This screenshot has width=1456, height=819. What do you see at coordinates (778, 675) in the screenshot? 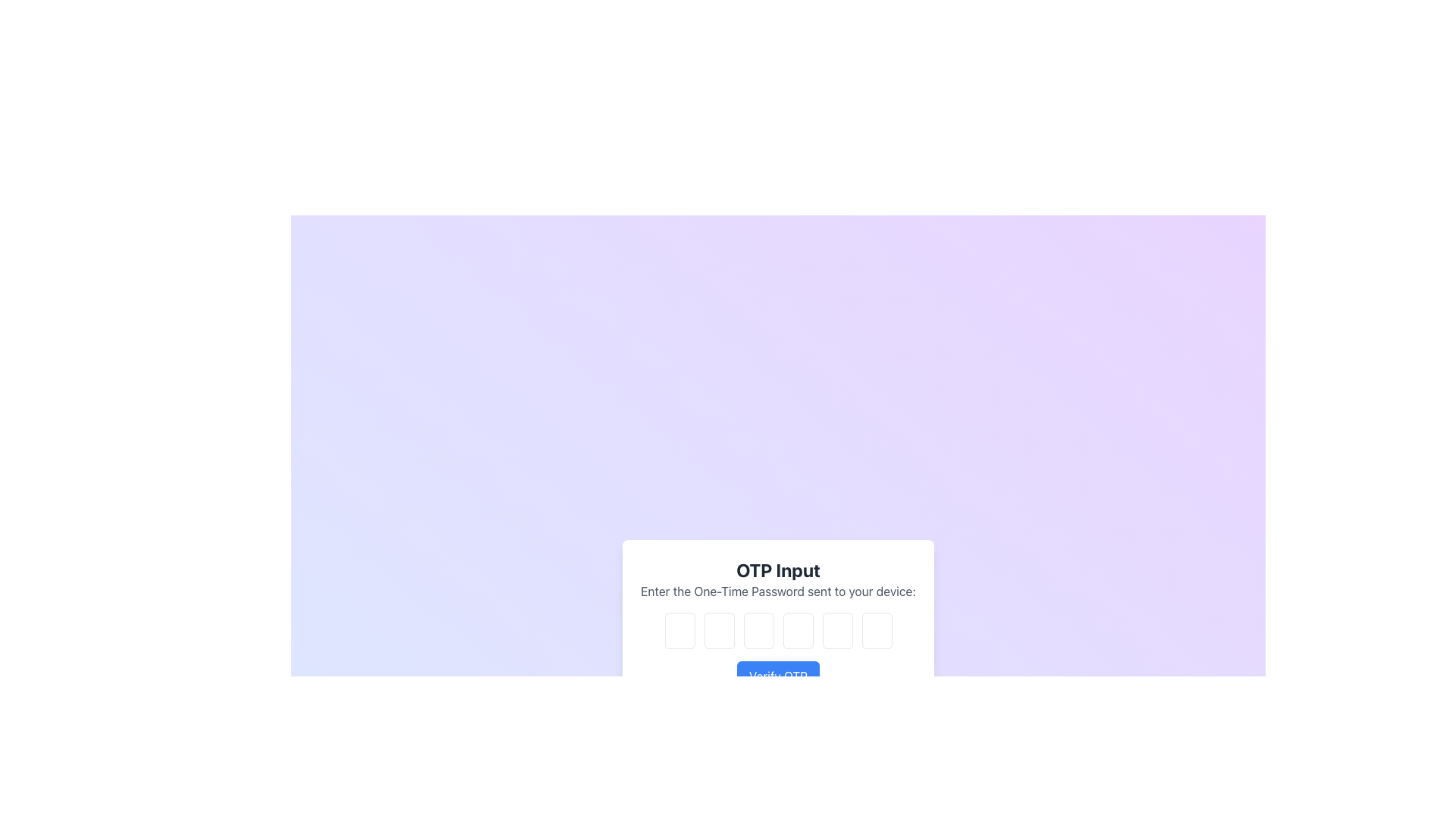
I see `the 'Verify OTP' button, which is a rectangular button with a blue background and white bold text, located centrally near the bottom of the OTP input form` at bounding box center [778, 675].